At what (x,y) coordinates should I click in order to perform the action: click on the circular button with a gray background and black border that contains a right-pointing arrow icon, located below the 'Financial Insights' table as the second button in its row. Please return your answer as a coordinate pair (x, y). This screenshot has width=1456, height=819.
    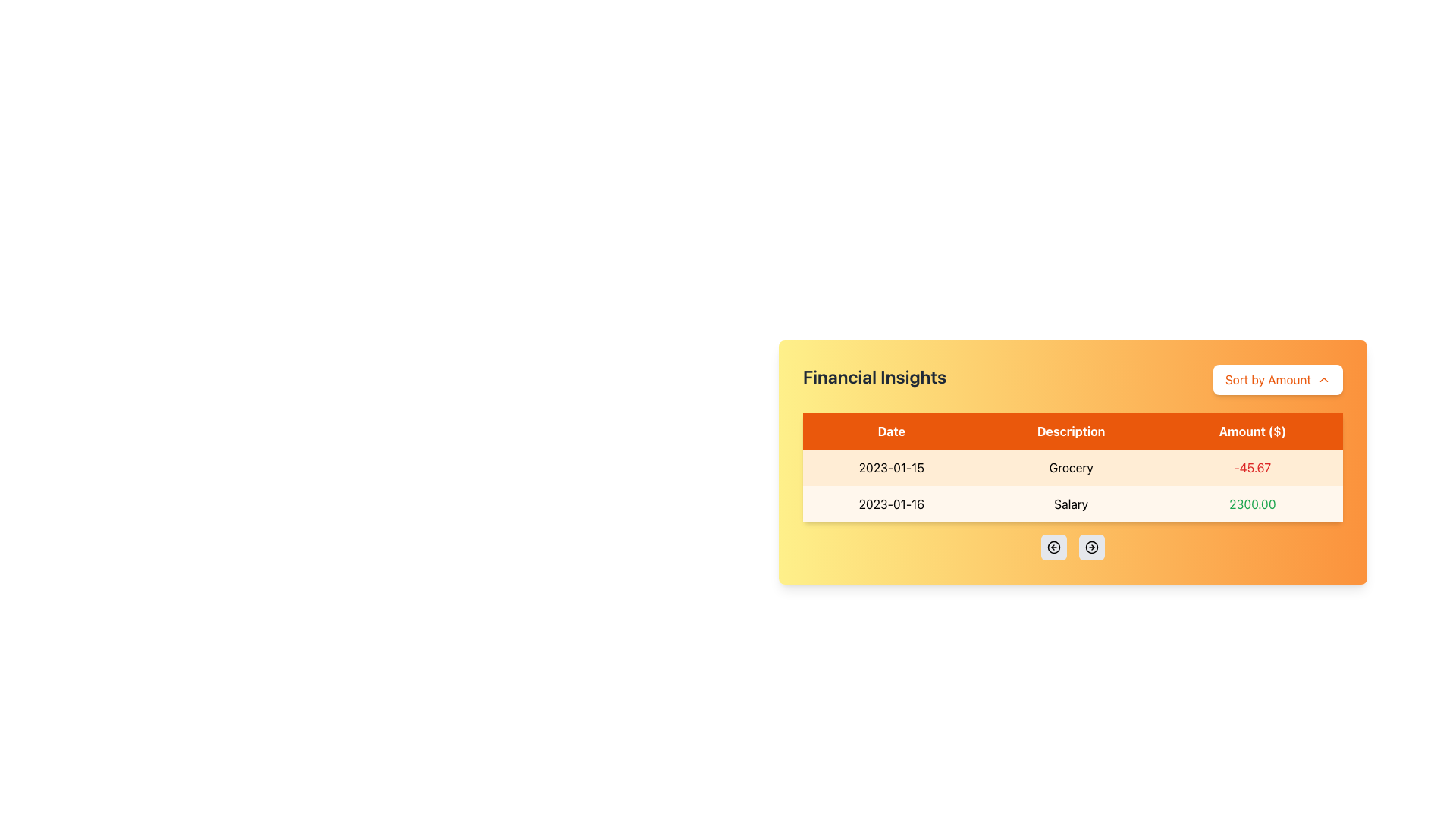
    Looking at the image, I should click on (1092, 547).